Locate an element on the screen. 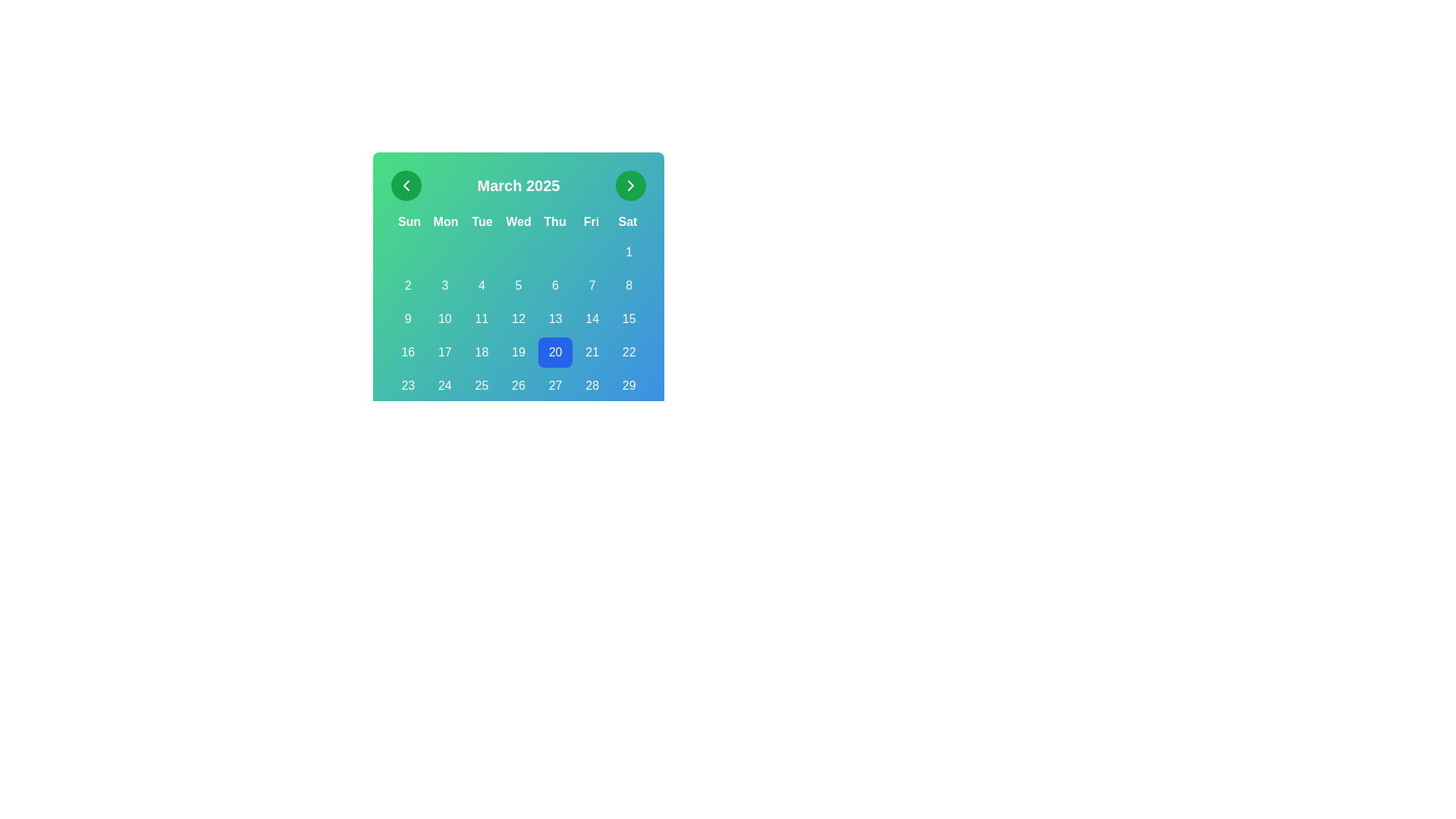 This screenshot has height=819, width=1456. the calendar day cell representing '2' is located at coordinates (408, 286).